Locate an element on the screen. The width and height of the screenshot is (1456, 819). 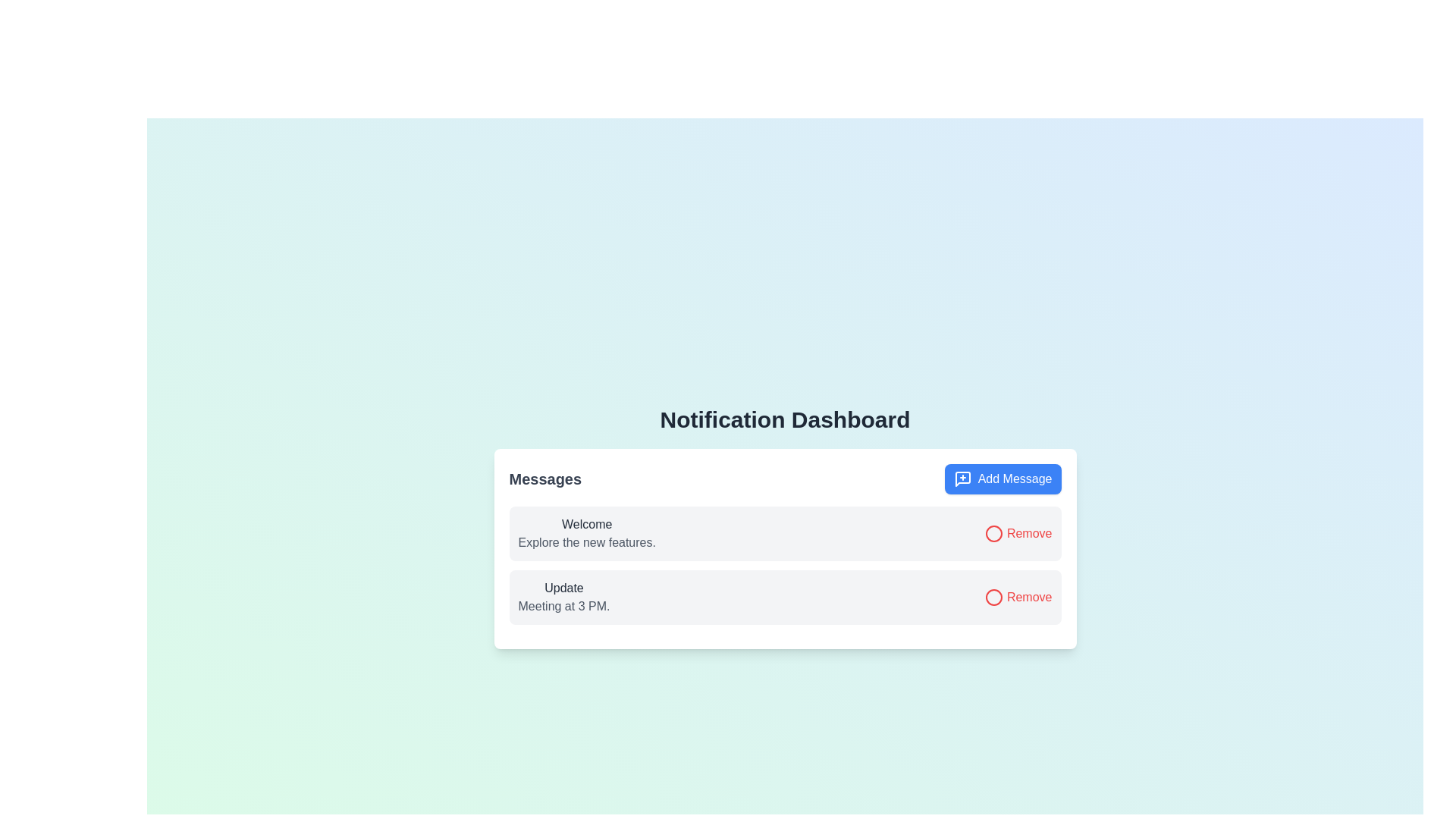
the text label displaying 'Update' in a bold, medium-gray font, located in the middle-left section of a notification message is located at coordinates (563, 587).